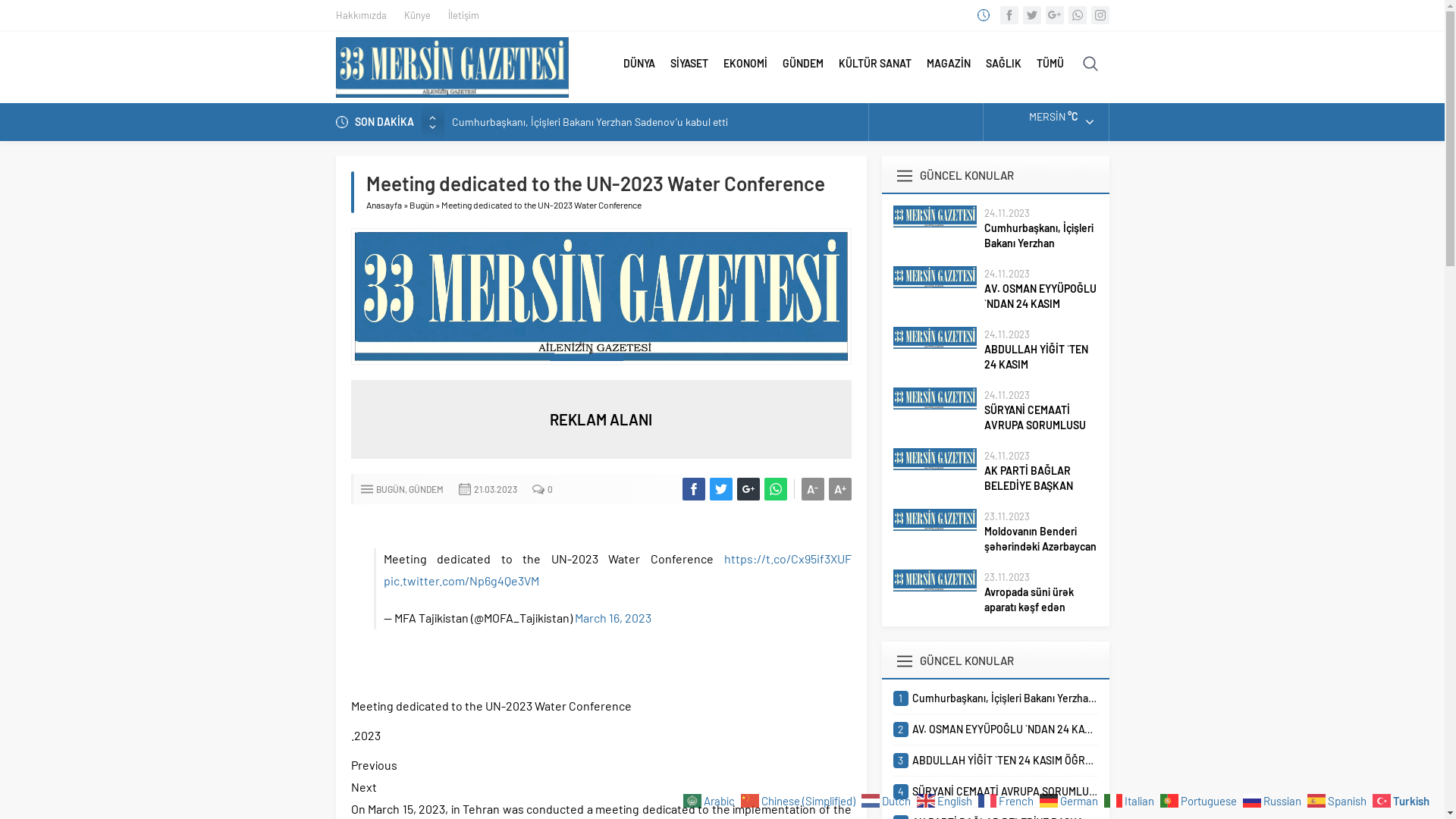 This screenshot has width=1456, height=819. I want to click on 'pic.twitter.com/Np6g4Qe3VM', so click(383, 580).